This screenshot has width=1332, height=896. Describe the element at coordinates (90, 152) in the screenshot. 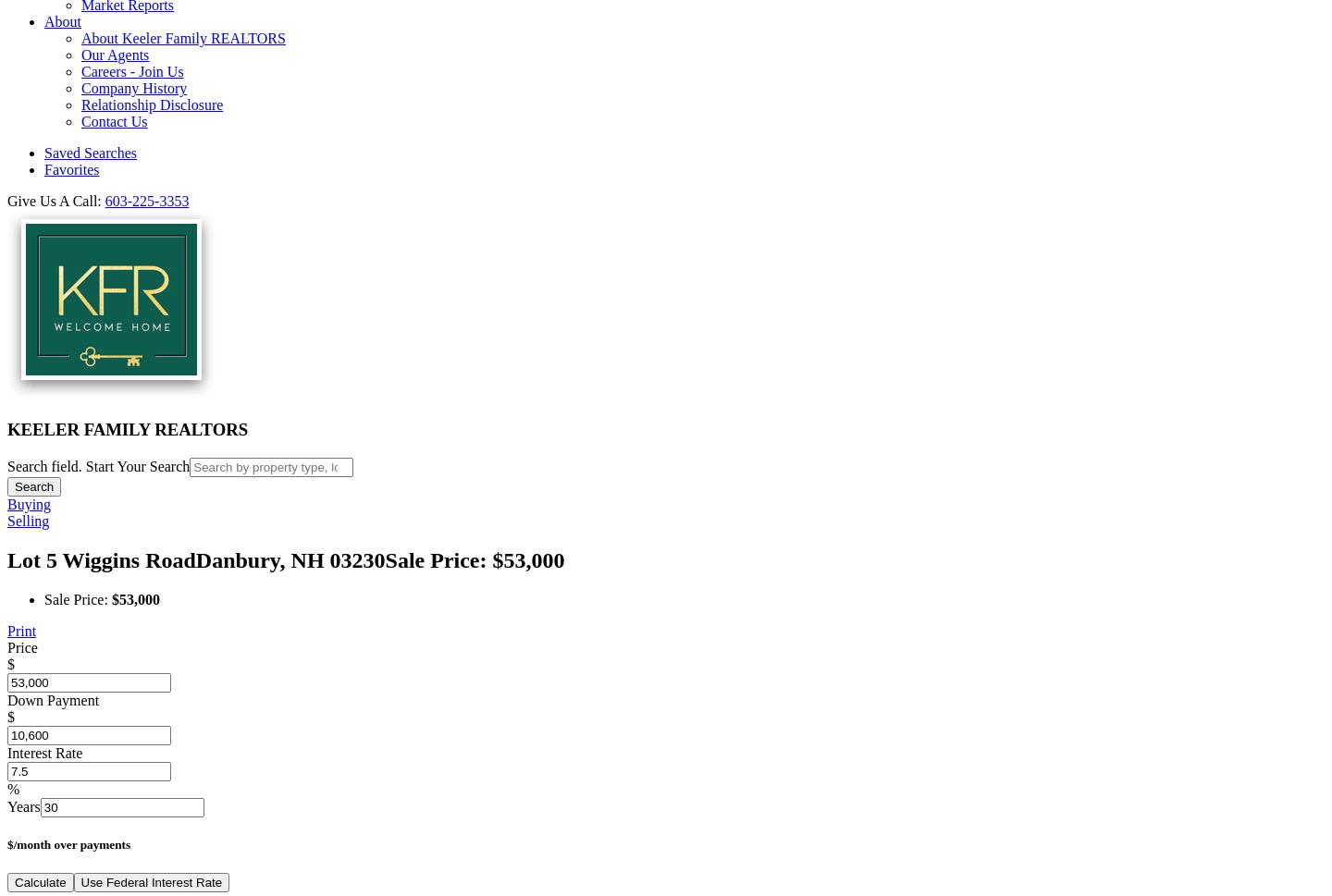

I see `'Saved Searches'` at that location.